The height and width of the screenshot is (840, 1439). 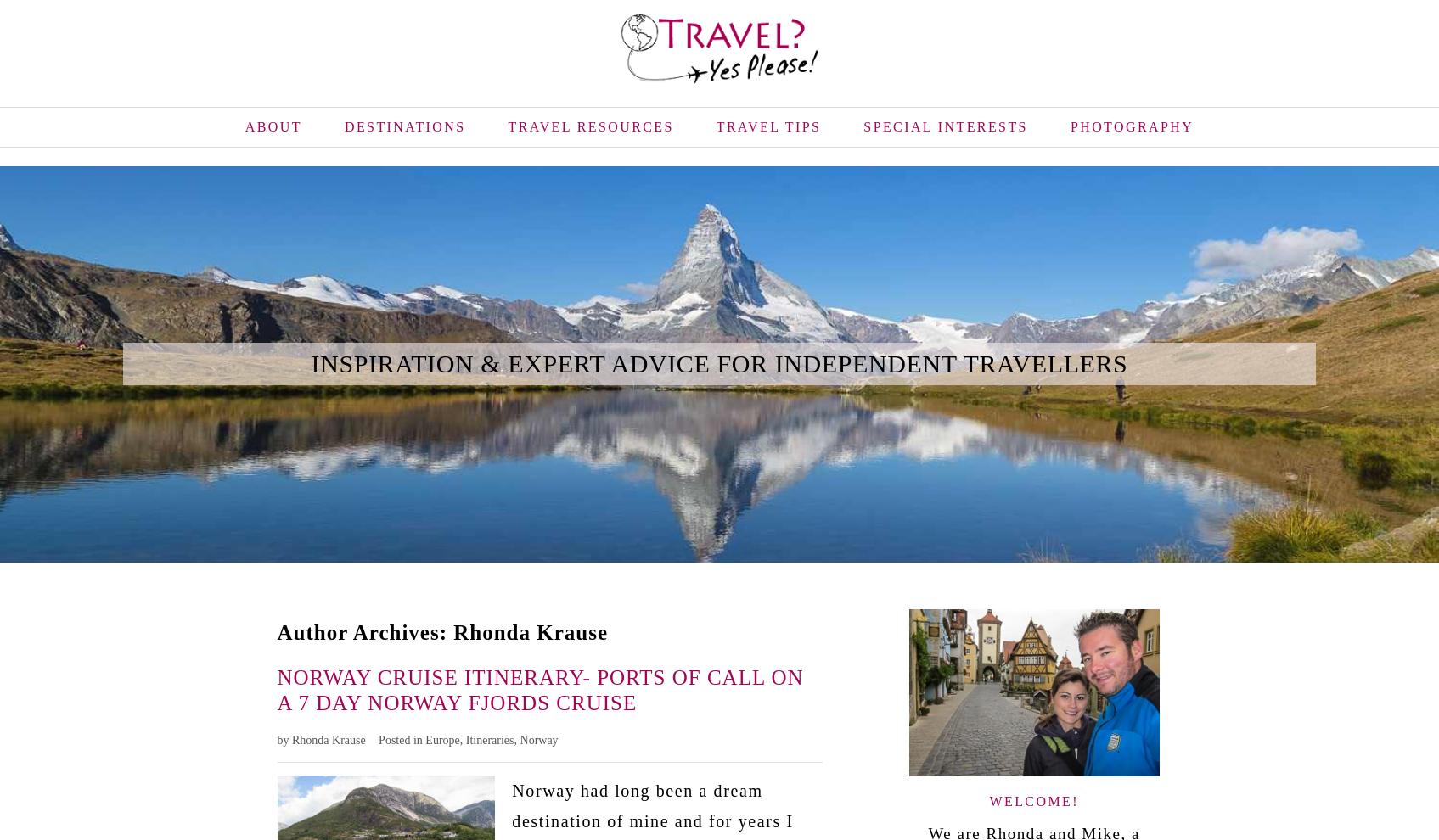 I want to click on 'Jamaica', so click(x=514, y=222).